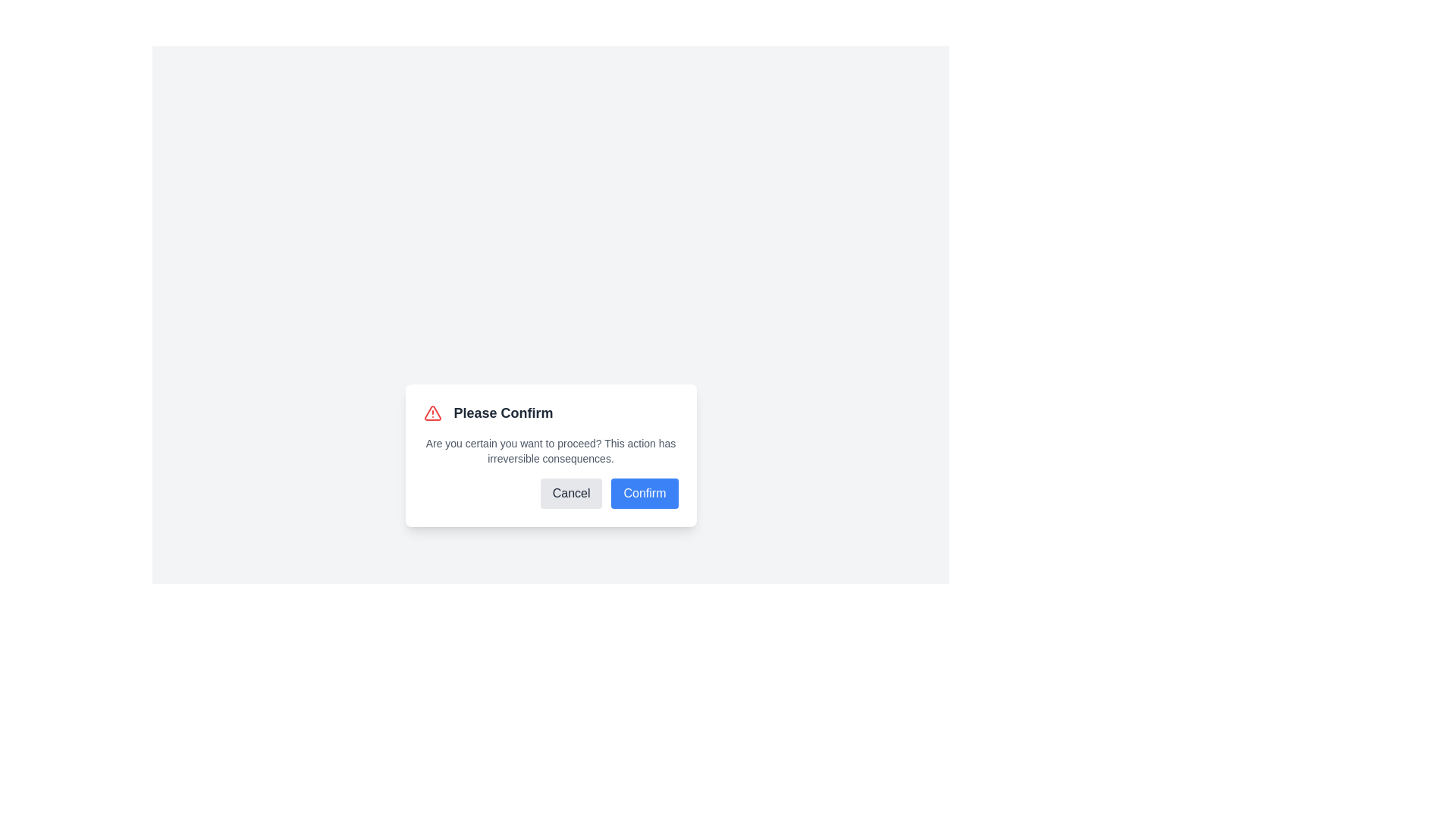  What do you see at coordinates (431, 413) in the screenshot?
I see `the warning icon that precedes the text 'Please Confirm'` at bounding box center [431, 413].